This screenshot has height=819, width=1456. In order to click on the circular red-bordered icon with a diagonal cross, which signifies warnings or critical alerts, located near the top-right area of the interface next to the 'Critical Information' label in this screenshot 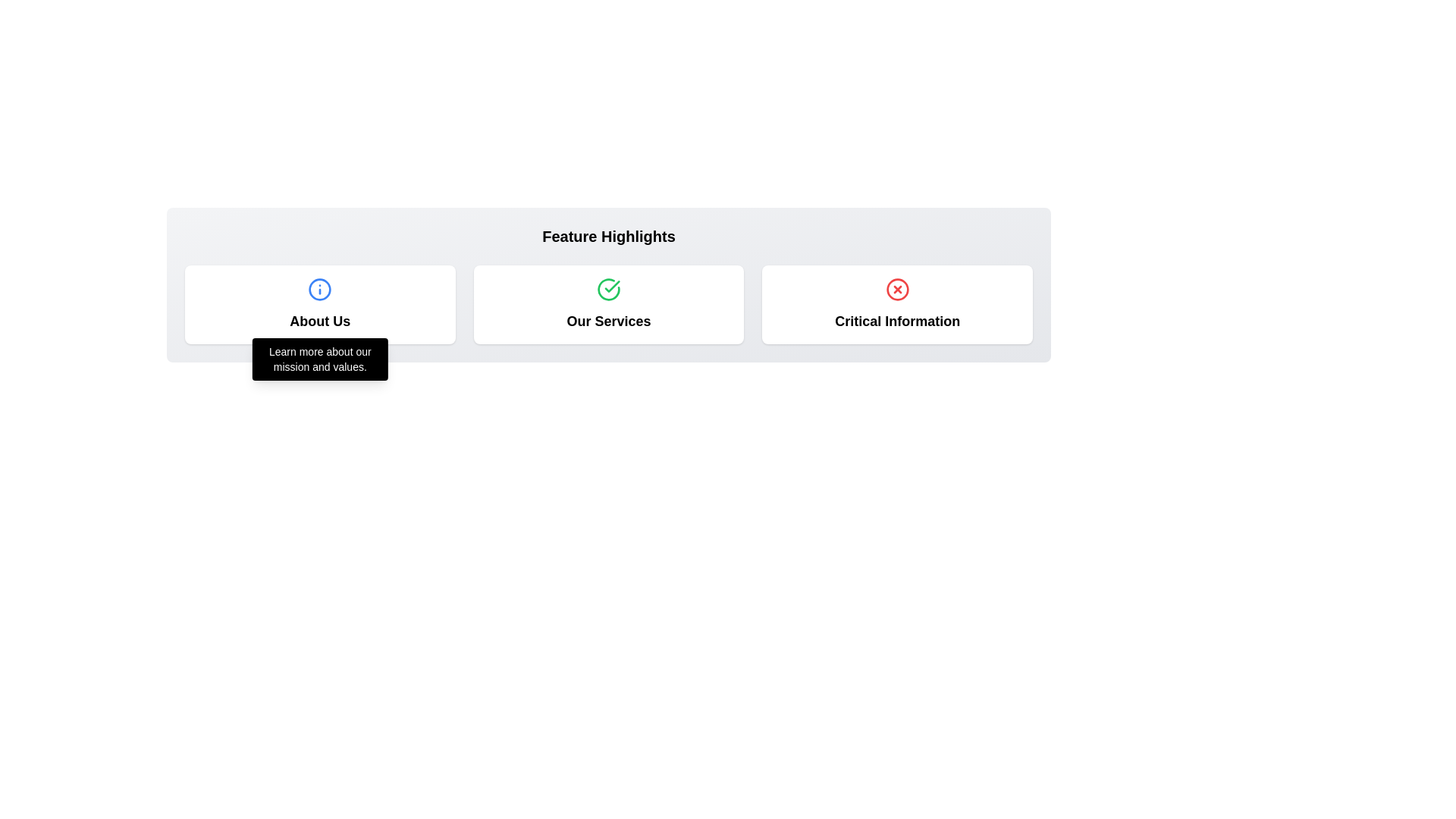, I will do `click(897, 289)`.